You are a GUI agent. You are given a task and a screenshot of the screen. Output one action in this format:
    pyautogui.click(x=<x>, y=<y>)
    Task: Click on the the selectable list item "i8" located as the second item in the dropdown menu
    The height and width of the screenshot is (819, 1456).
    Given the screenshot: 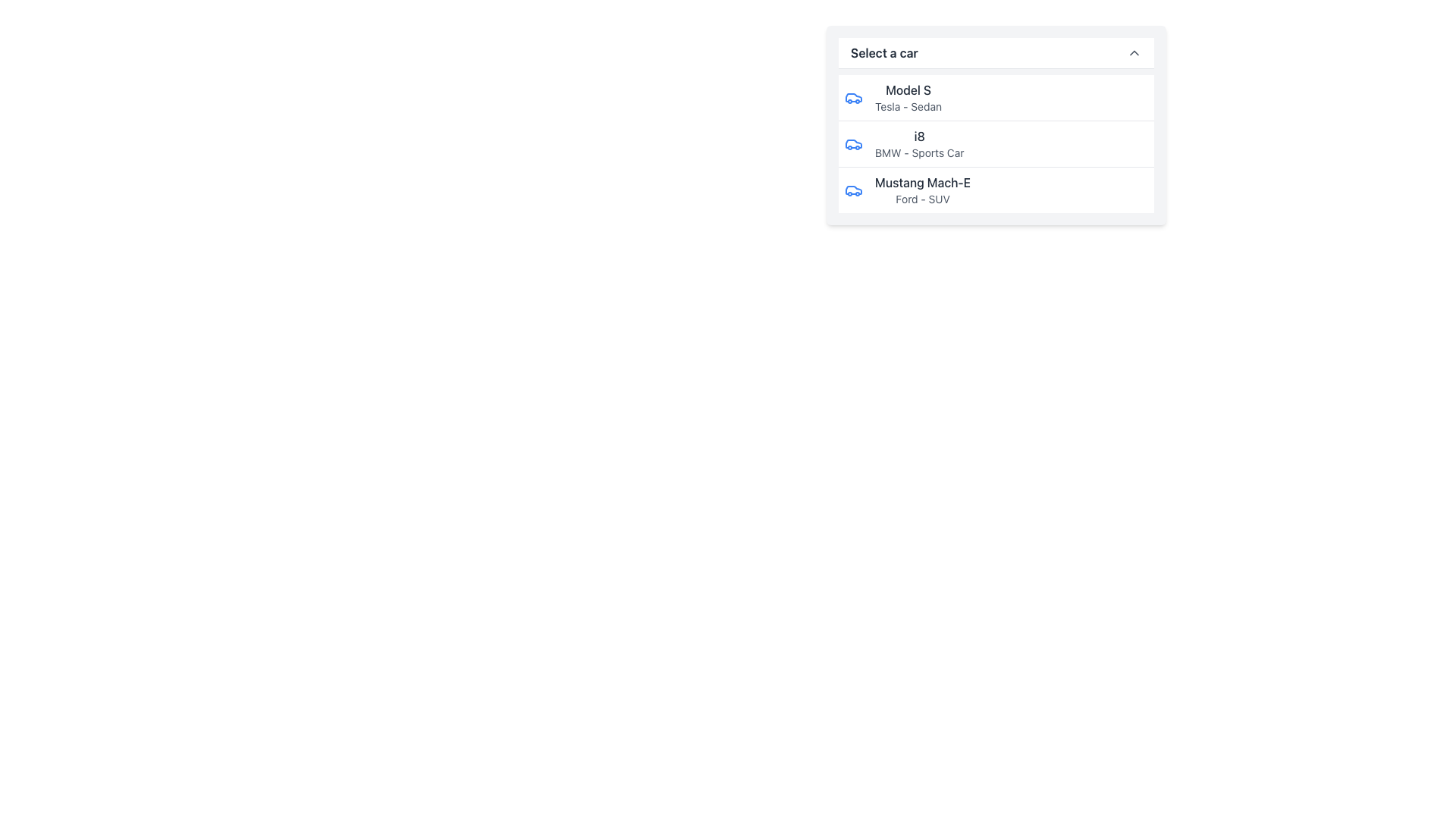 What is the action you would take?
    pyautogui.click(x=996, y=143)
    